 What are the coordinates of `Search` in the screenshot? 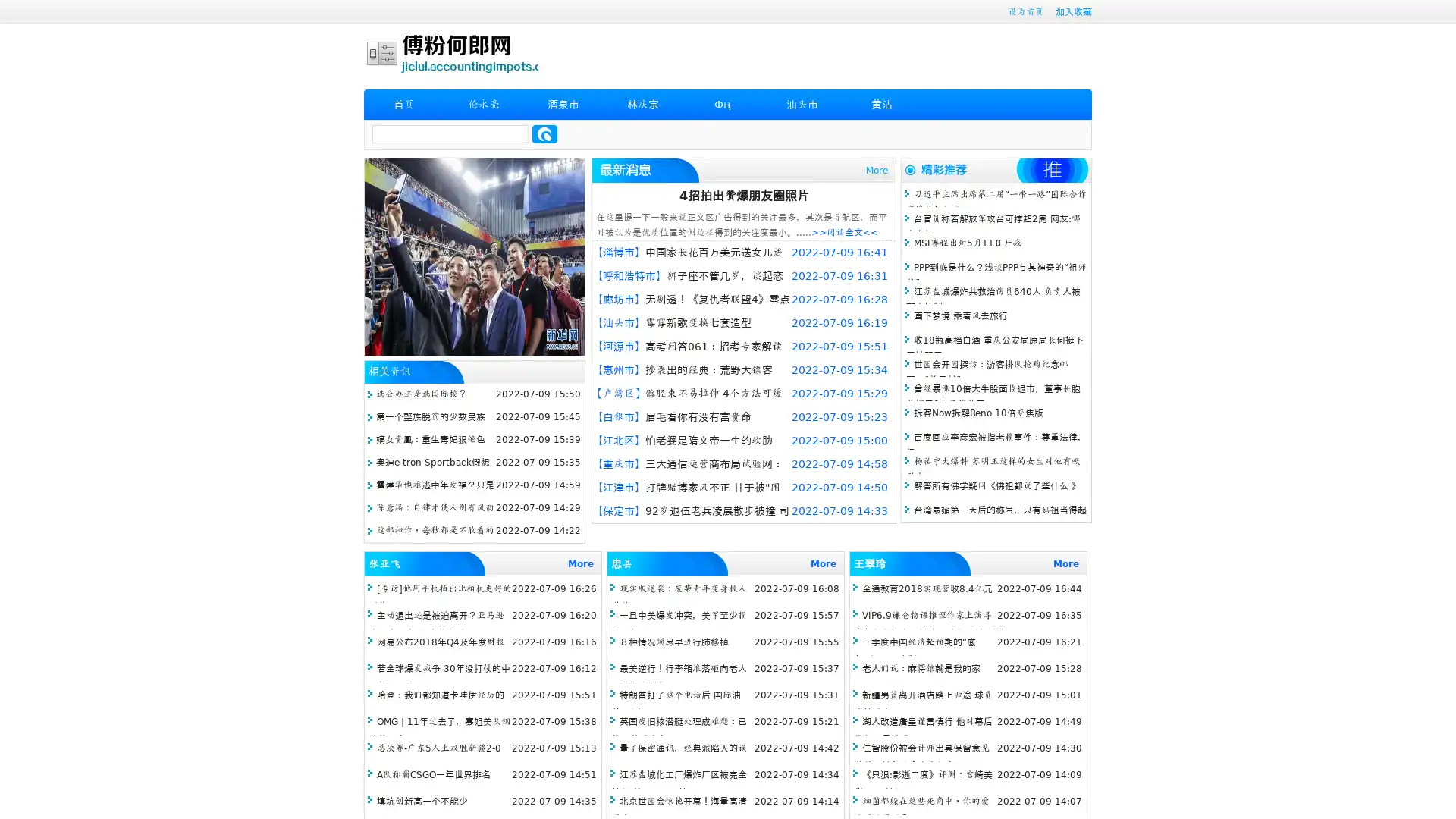 It's located at (544, 133).